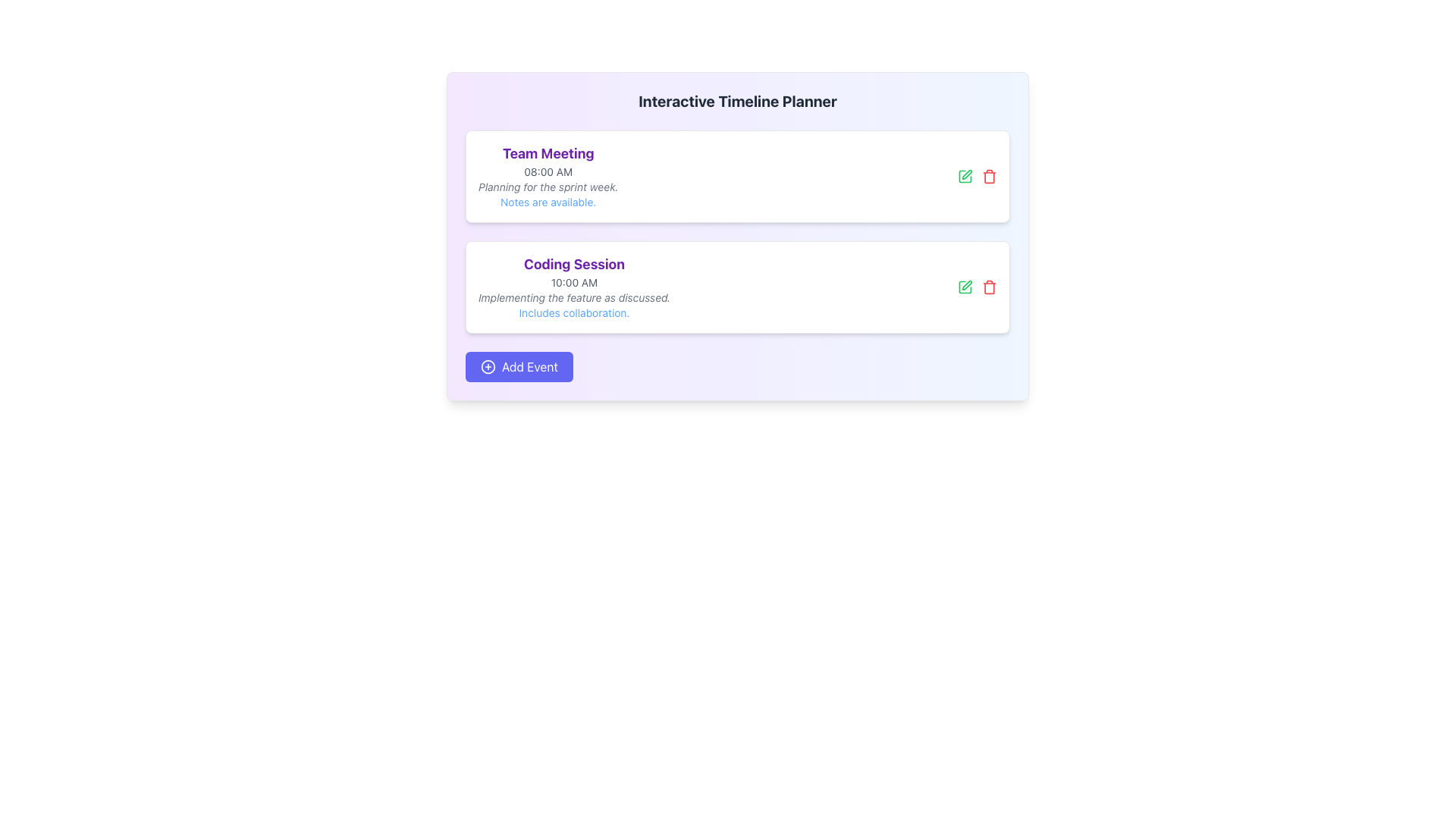 The image size is (1456, 819). What do you see at coordinates (488, 366) in the screenshot?
I see `the circular-plus icon representing the 'Add Event' functionality, which is located at the center of the 'Add Event' button` at bounding box center [488, 366].